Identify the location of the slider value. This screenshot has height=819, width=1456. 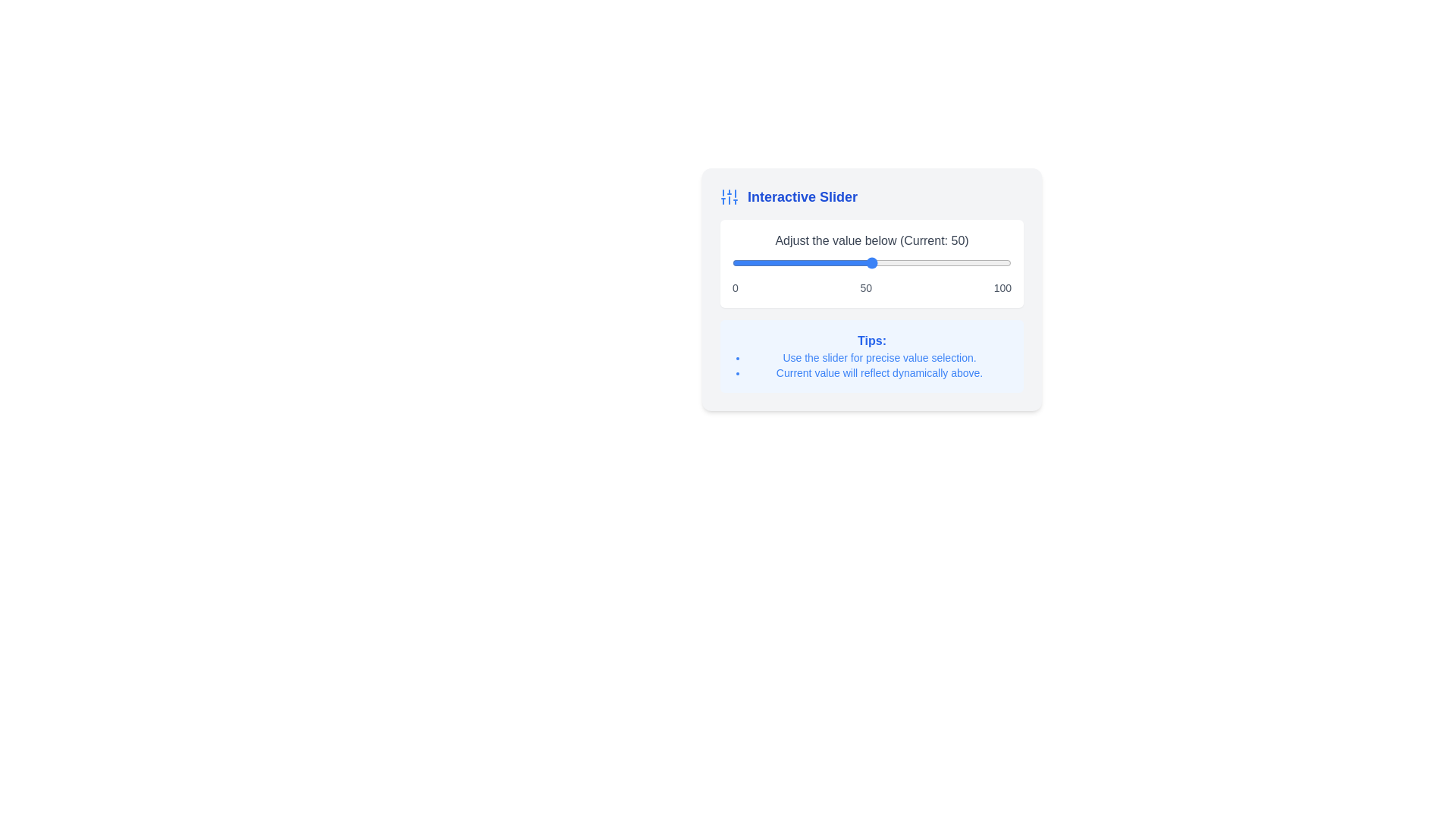
(861, 262).